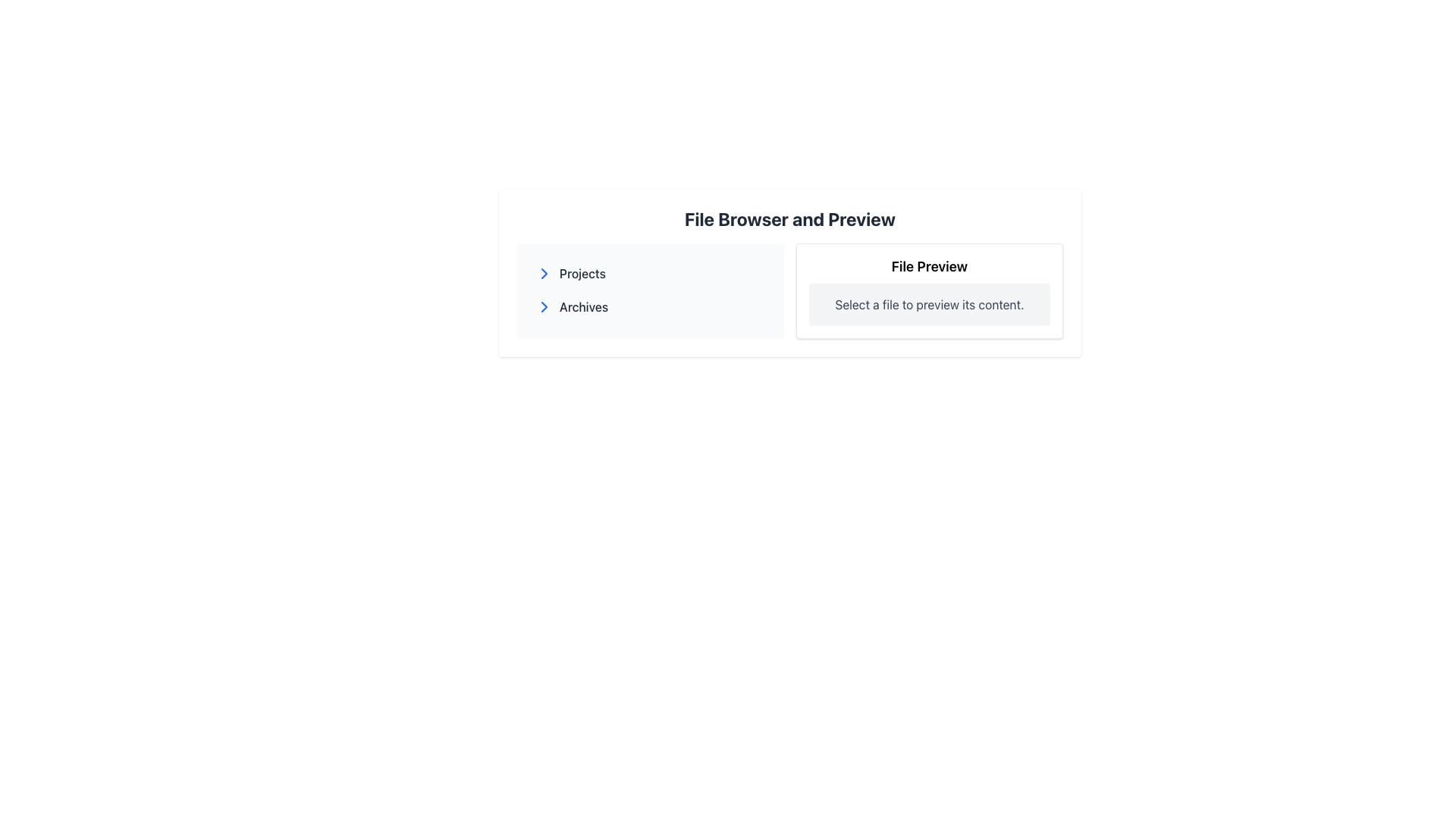 This screenshot has width=1456, height=819. Describe the element at coordinates (583, 307) in the screenshot. I see `the 'Archives' label` at that location.